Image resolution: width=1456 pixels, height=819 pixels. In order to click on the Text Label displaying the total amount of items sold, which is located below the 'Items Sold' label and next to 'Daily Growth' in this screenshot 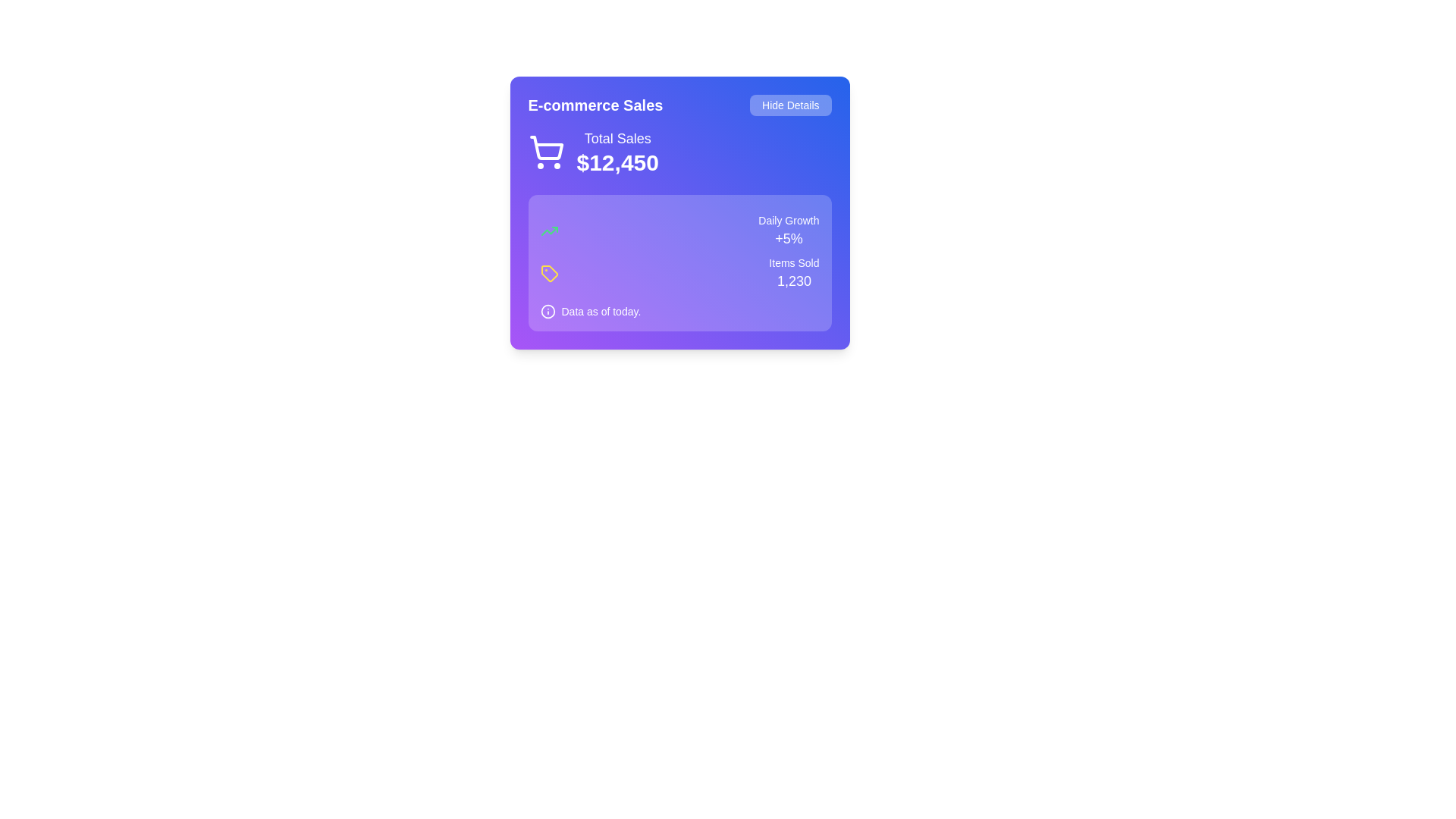, I will do `click(793, 281)`.